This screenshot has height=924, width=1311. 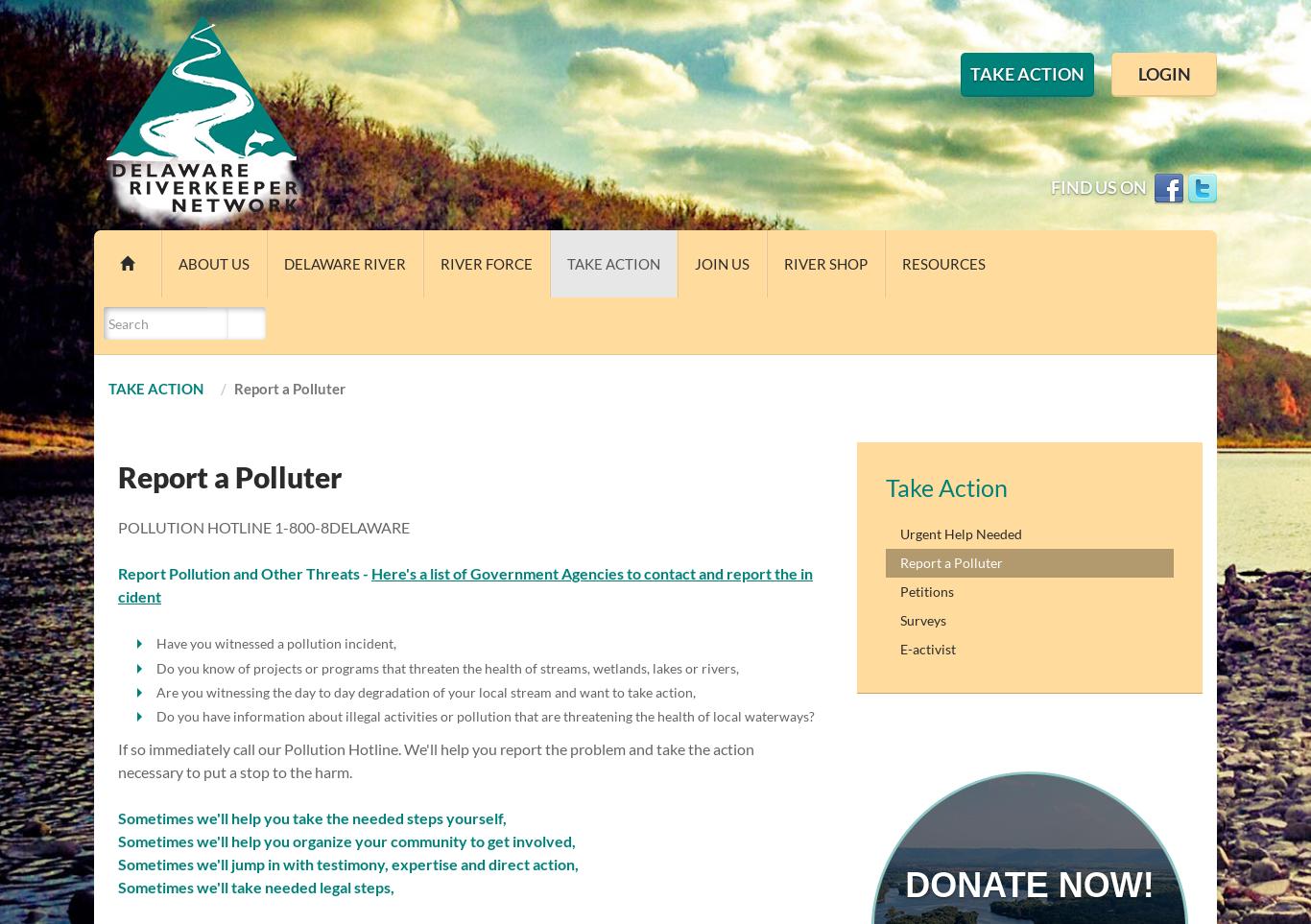 I want to click on 'Are you witnessing the day to day degradation of your local stream and want to take action,', so click(x=424, y=690).